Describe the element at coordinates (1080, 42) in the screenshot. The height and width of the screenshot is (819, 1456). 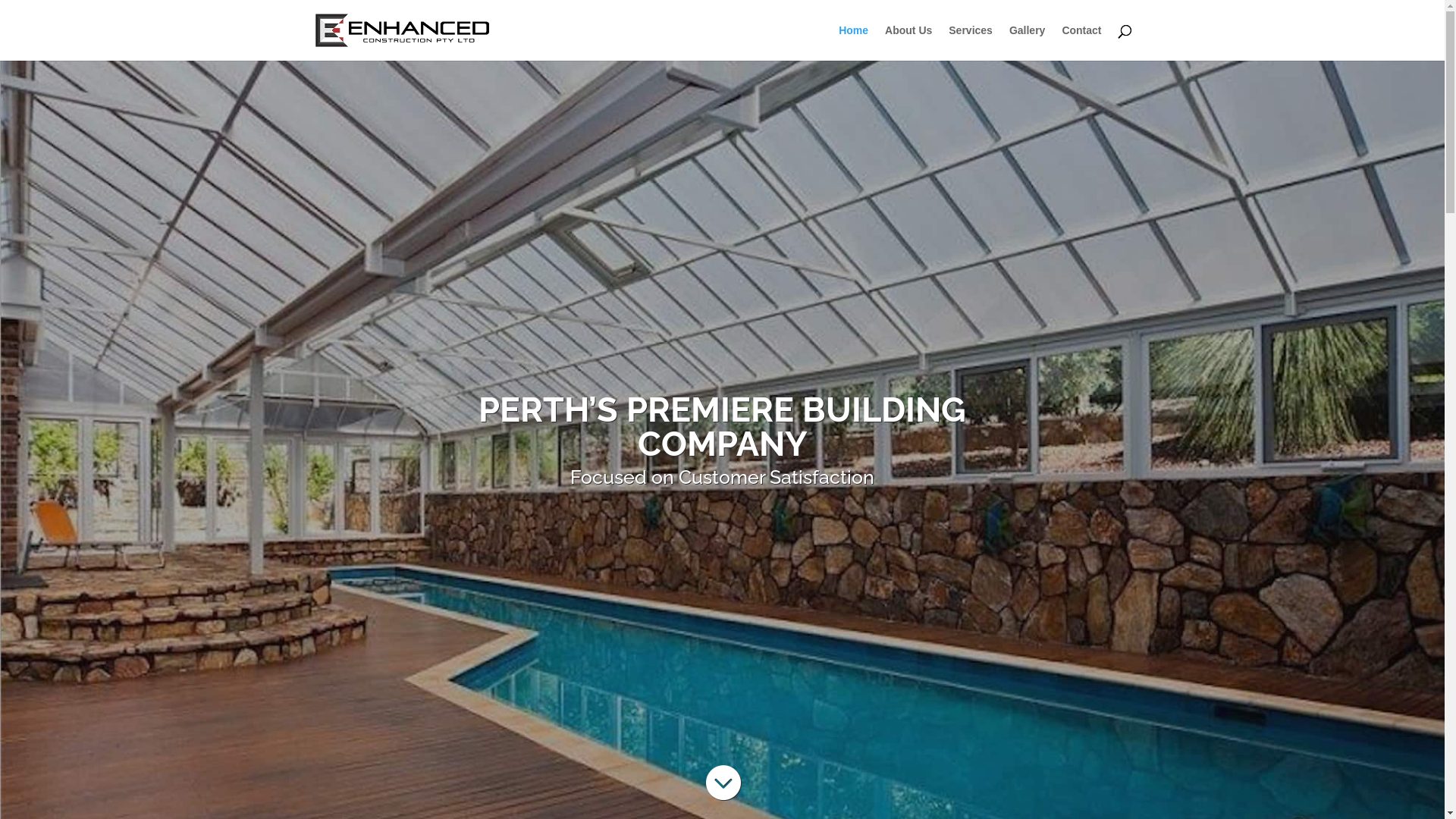
I see `'Contact'` at that location.